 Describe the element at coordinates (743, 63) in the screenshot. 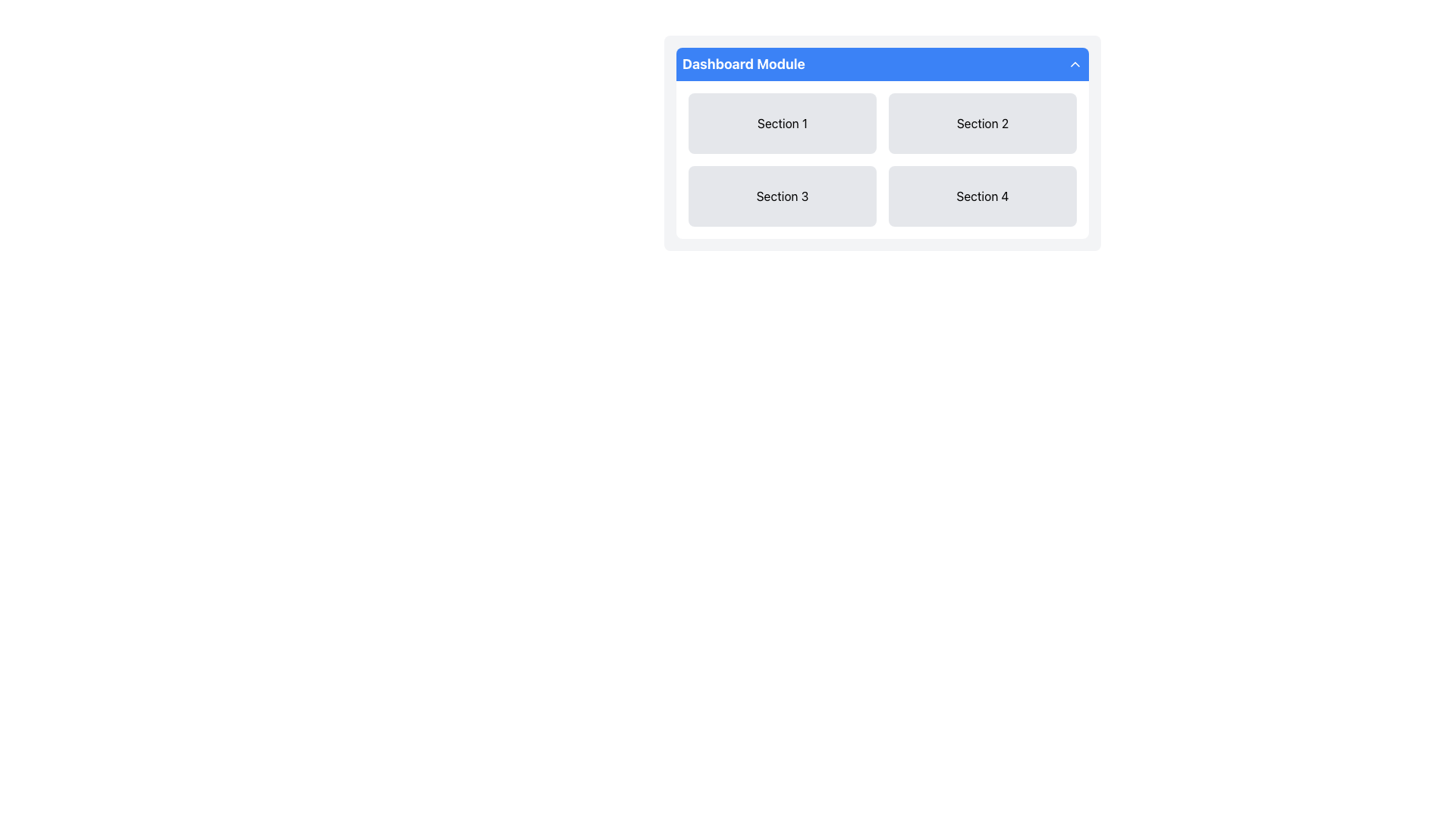

I see `the 'Dashboard Module' text label, which is prominently displayed in bold white font on a blue background, located in the top left of the header bar` at that location.